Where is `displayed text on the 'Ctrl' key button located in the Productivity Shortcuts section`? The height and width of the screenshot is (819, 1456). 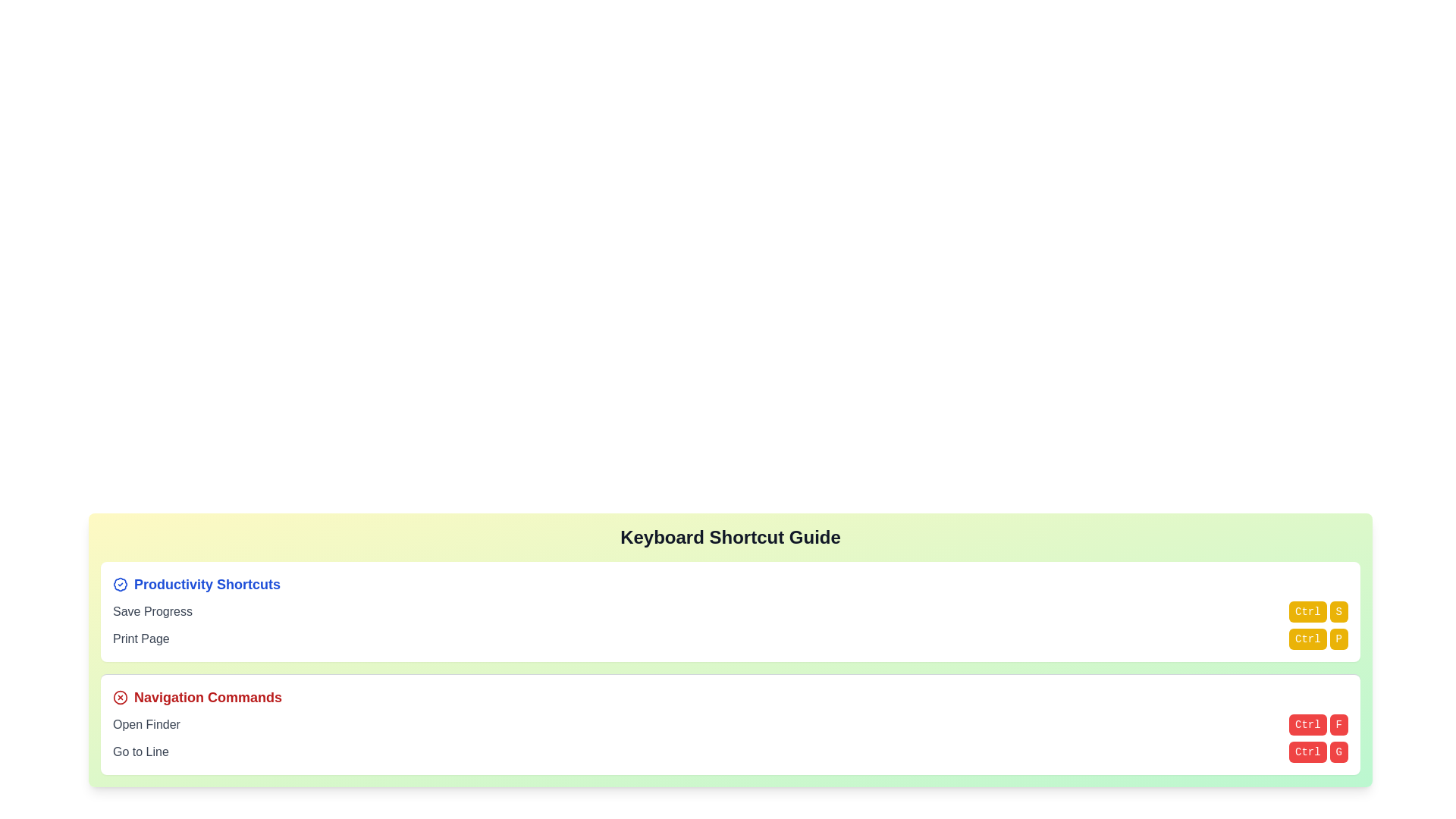
displayed text on the 'Ctrl' key button located in the Productivity Shortcuts section is located at coordinates (1307, 610).